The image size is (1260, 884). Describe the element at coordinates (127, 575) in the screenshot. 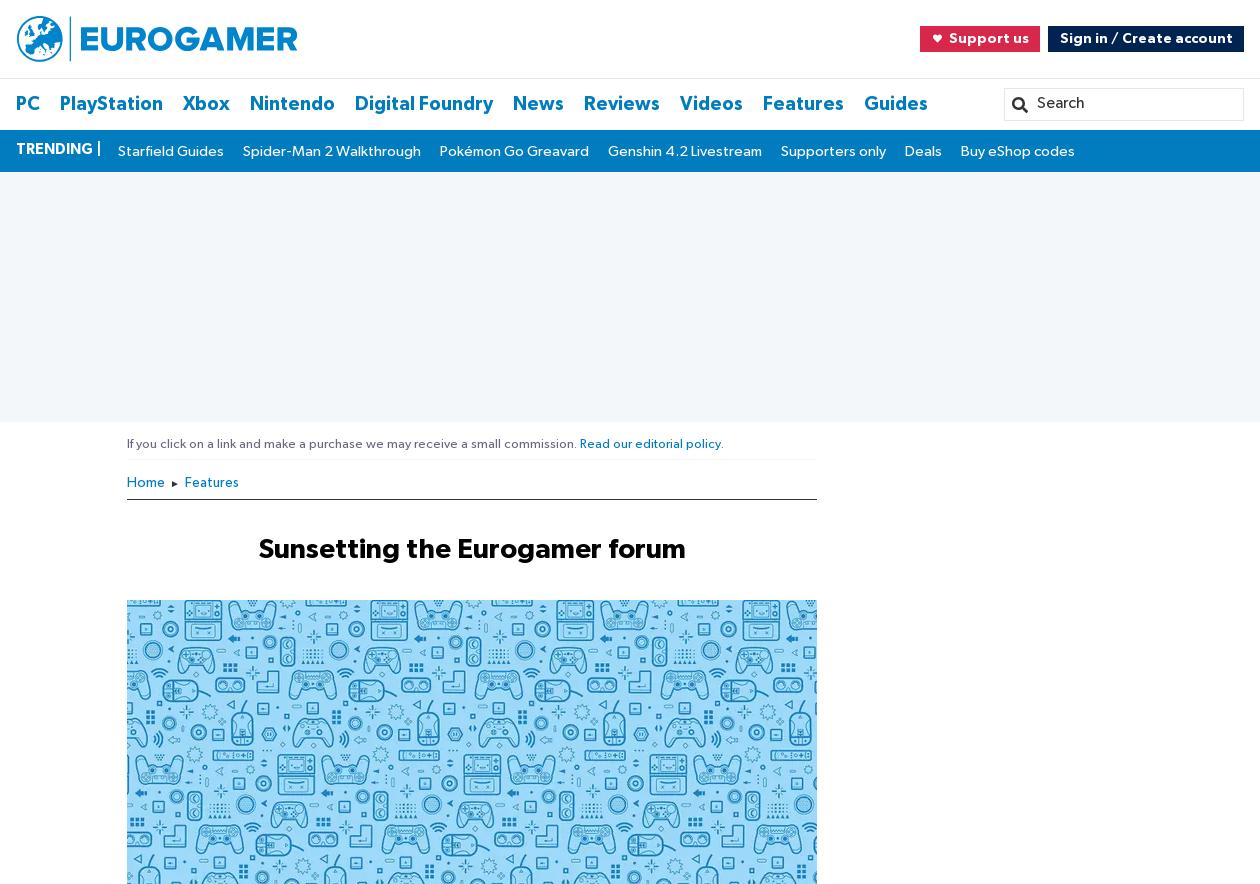

I see `'About the Author'` at that location.